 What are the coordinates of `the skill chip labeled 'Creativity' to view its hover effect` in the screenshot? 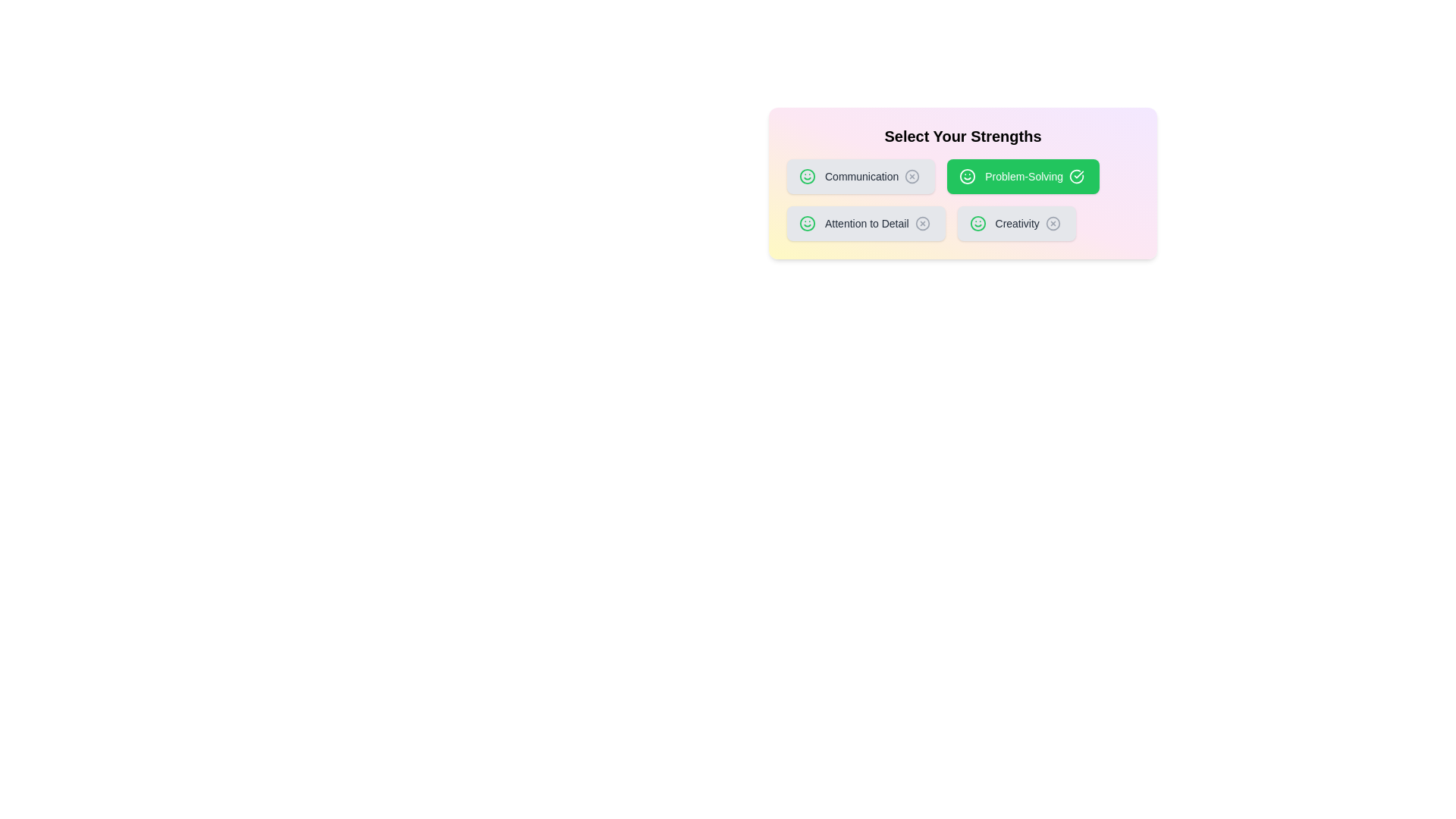 It's located at (1016, 223).